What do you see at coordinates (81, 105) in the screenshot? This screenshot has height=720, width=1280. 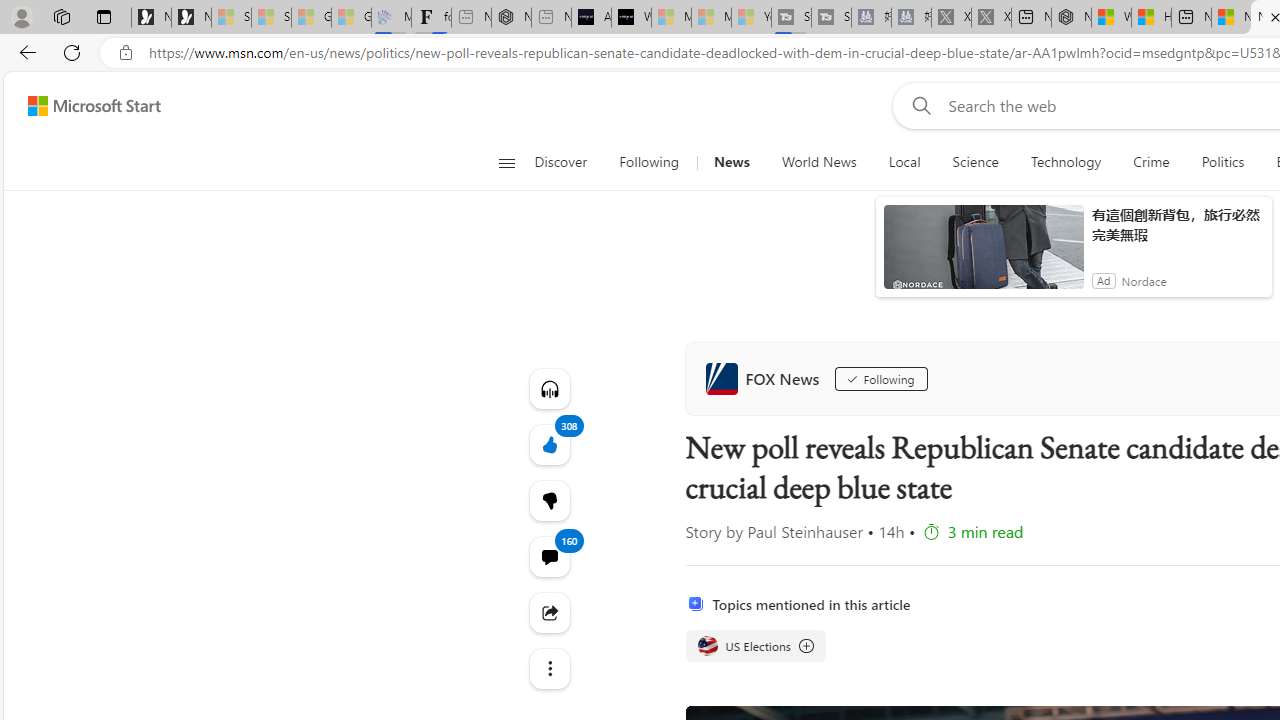 I see `'Skip to footer'` at bounding box center [81, 105].